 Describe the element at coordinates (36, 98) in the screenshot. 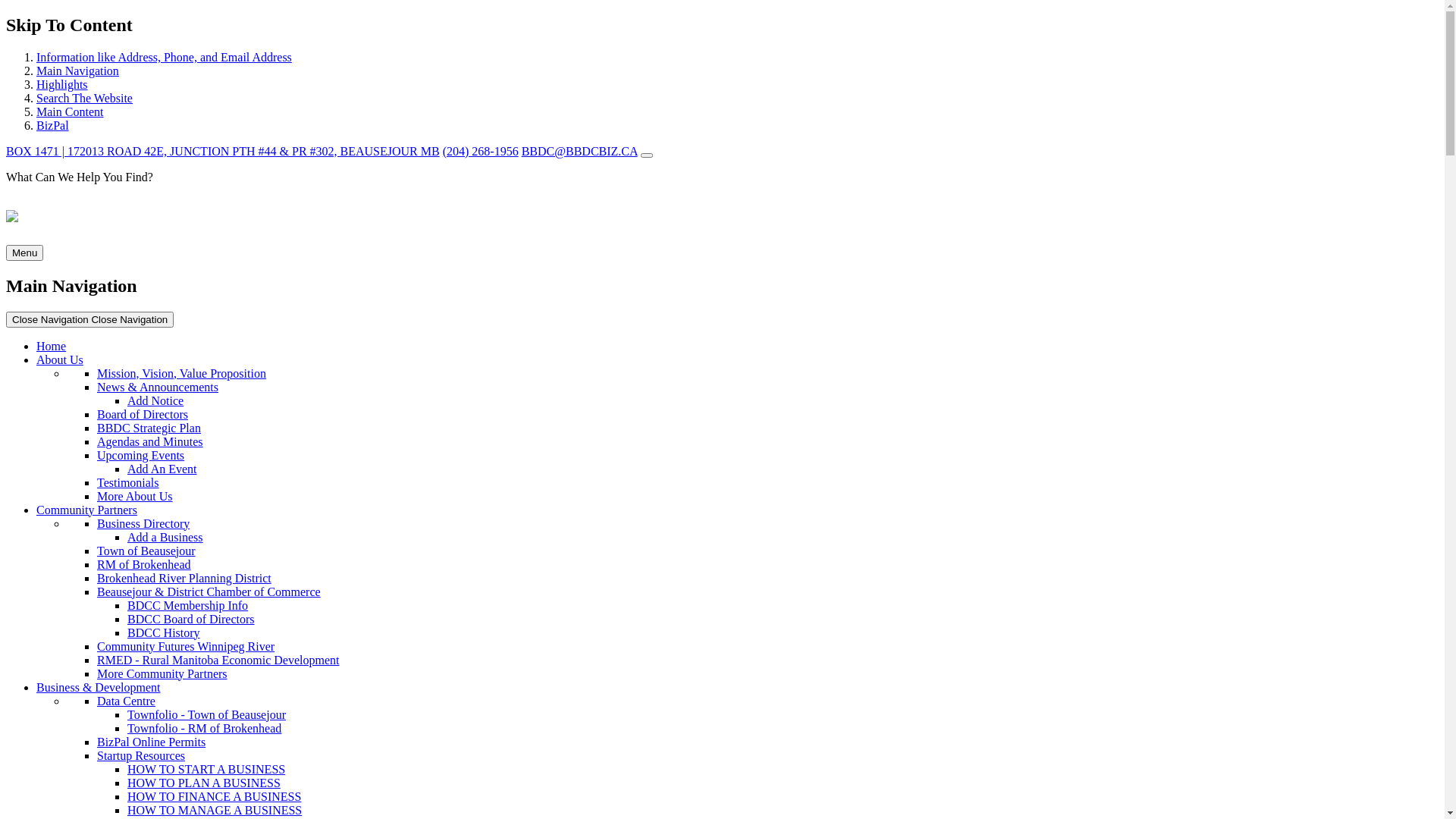

I see `'Search The Website'` at that location.